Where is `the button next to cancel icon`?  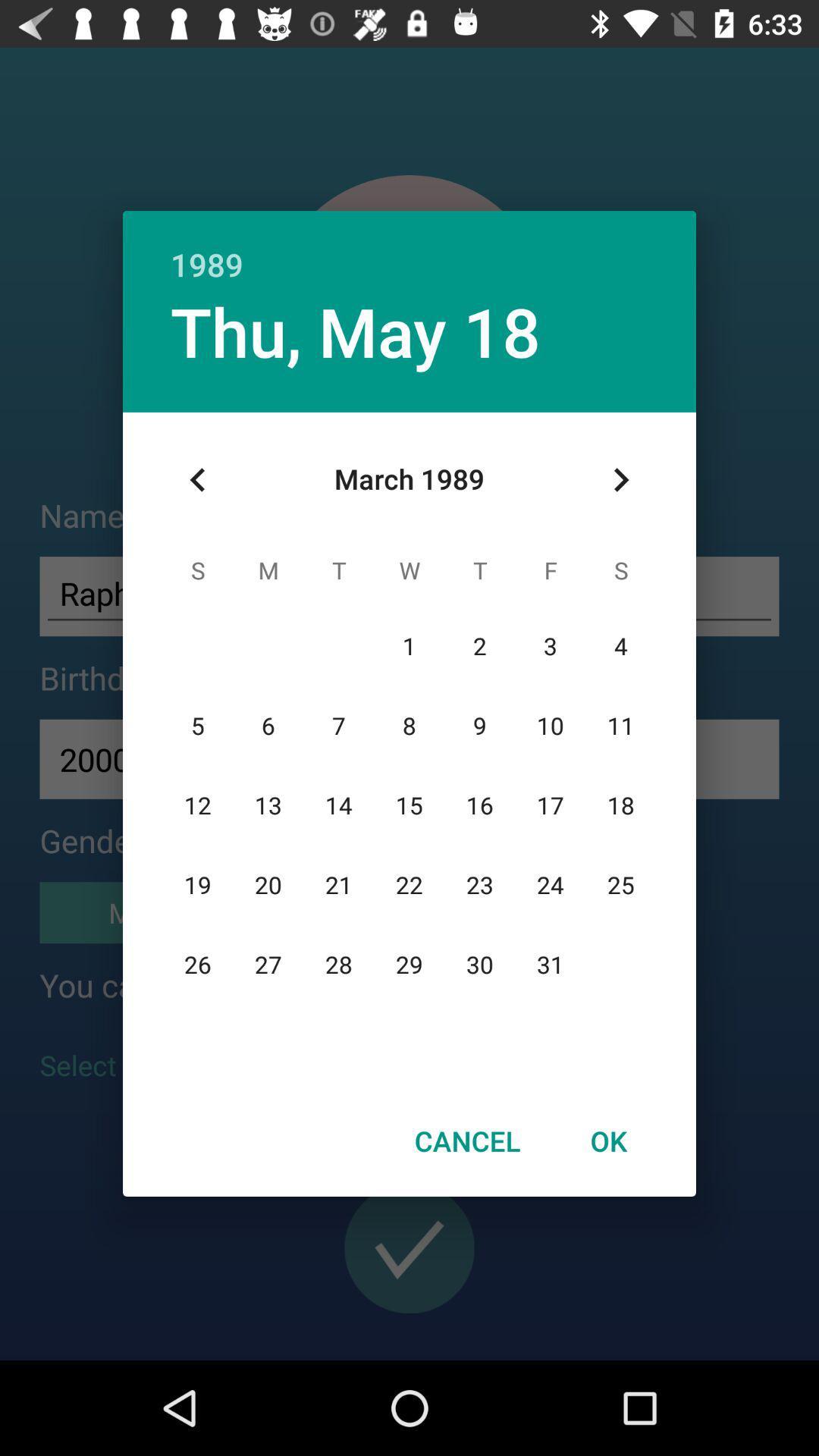 the button next to cancel icon is located at coordinates (607, 1141).